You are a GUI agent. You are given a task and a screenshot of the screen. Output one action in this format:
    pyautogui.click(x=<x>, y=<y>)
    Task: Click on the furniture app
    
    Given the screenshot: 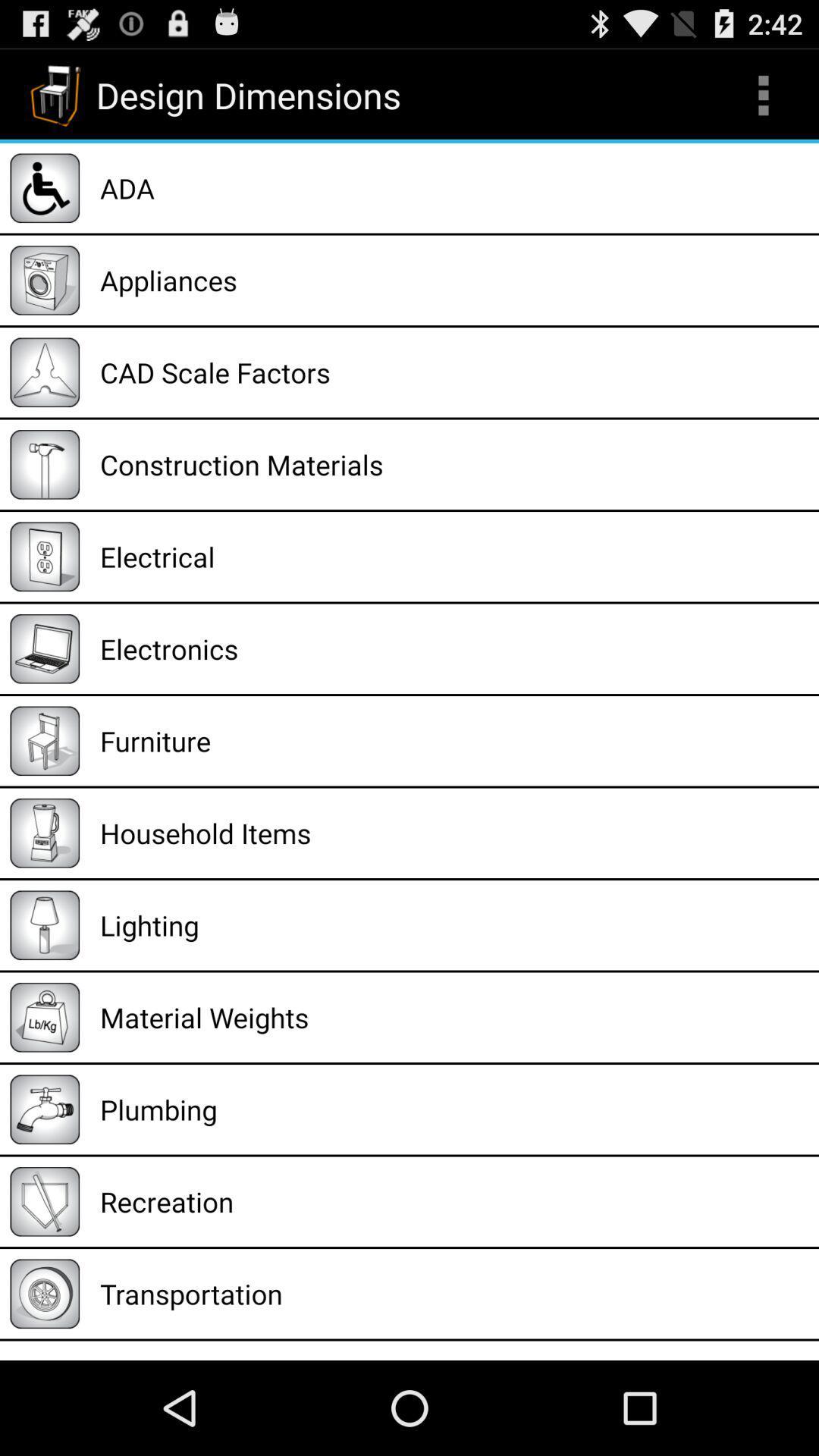 What is the action you would take?
    pyautogui.click(x=453, y=741)
    